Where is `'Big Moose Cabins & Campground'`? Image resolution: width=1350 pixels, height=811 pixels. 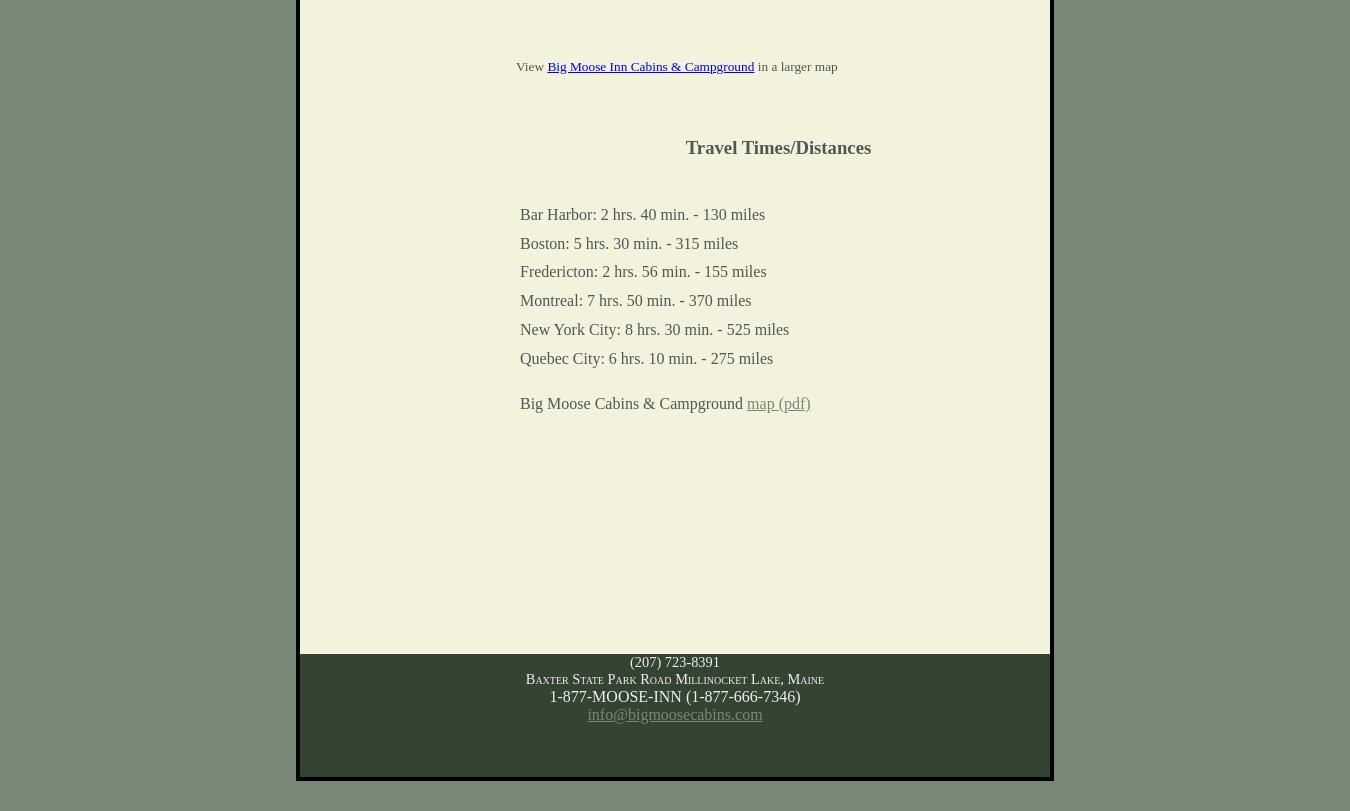
'Big Moose Cabins & Campground' is located at coordinates (633, 402).